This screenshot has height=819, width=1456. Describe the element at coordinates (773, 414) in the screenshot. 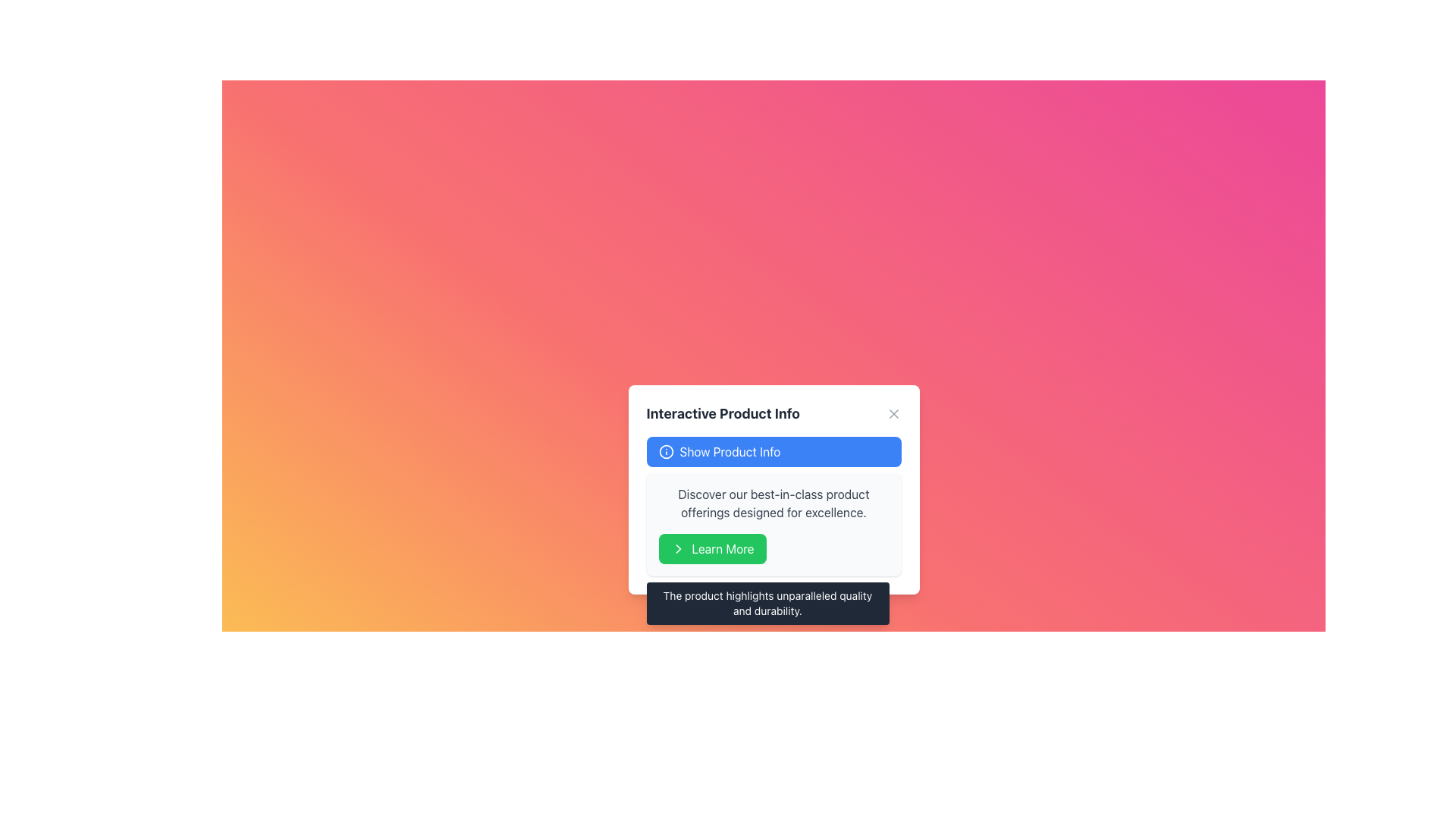

I see `the title text 'Interactive Product Info' to select it for copying` at that location.